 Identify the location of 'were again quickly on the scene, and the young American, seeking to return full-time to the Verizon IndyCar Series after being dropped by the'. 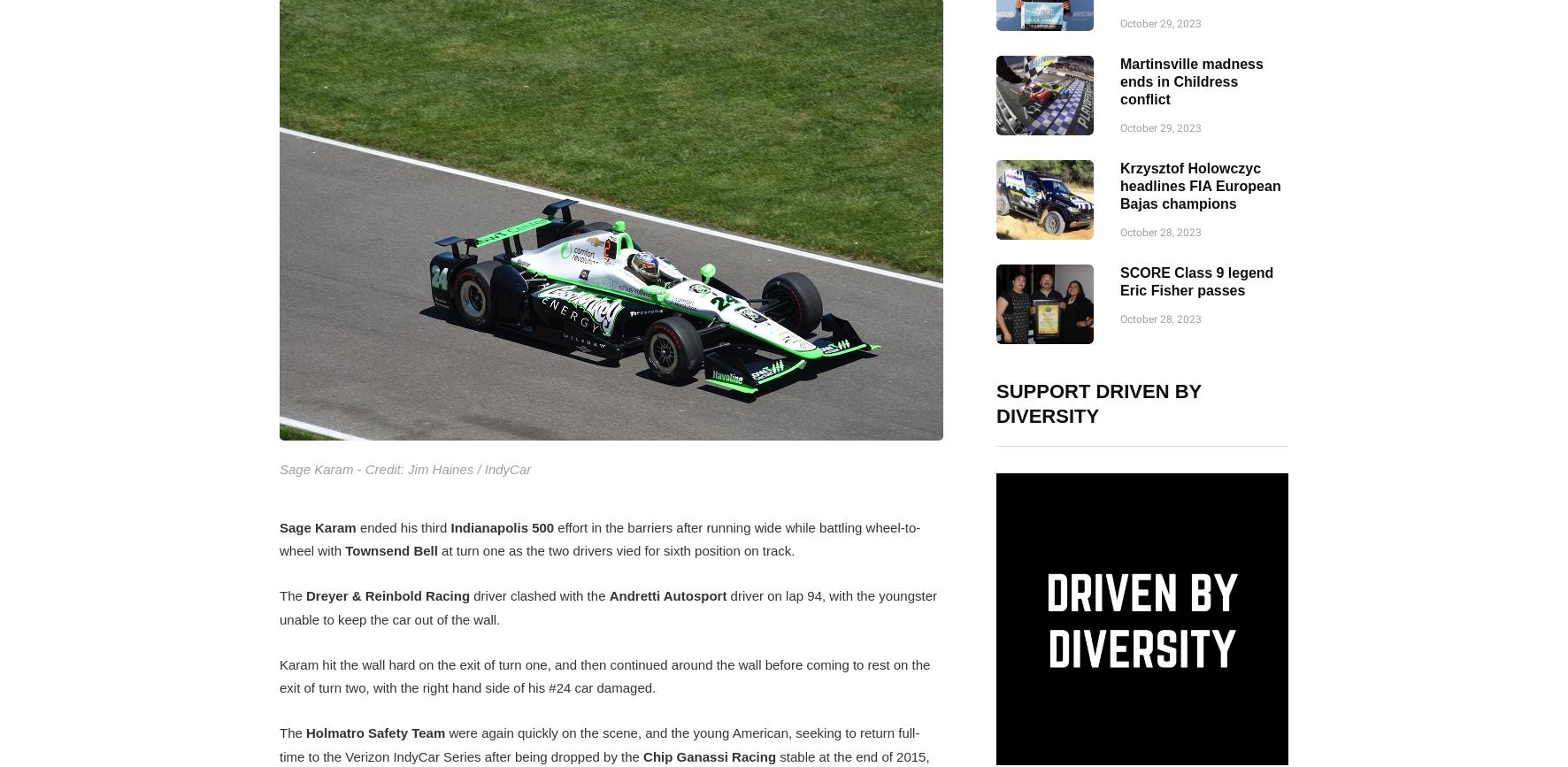
(278, 743).